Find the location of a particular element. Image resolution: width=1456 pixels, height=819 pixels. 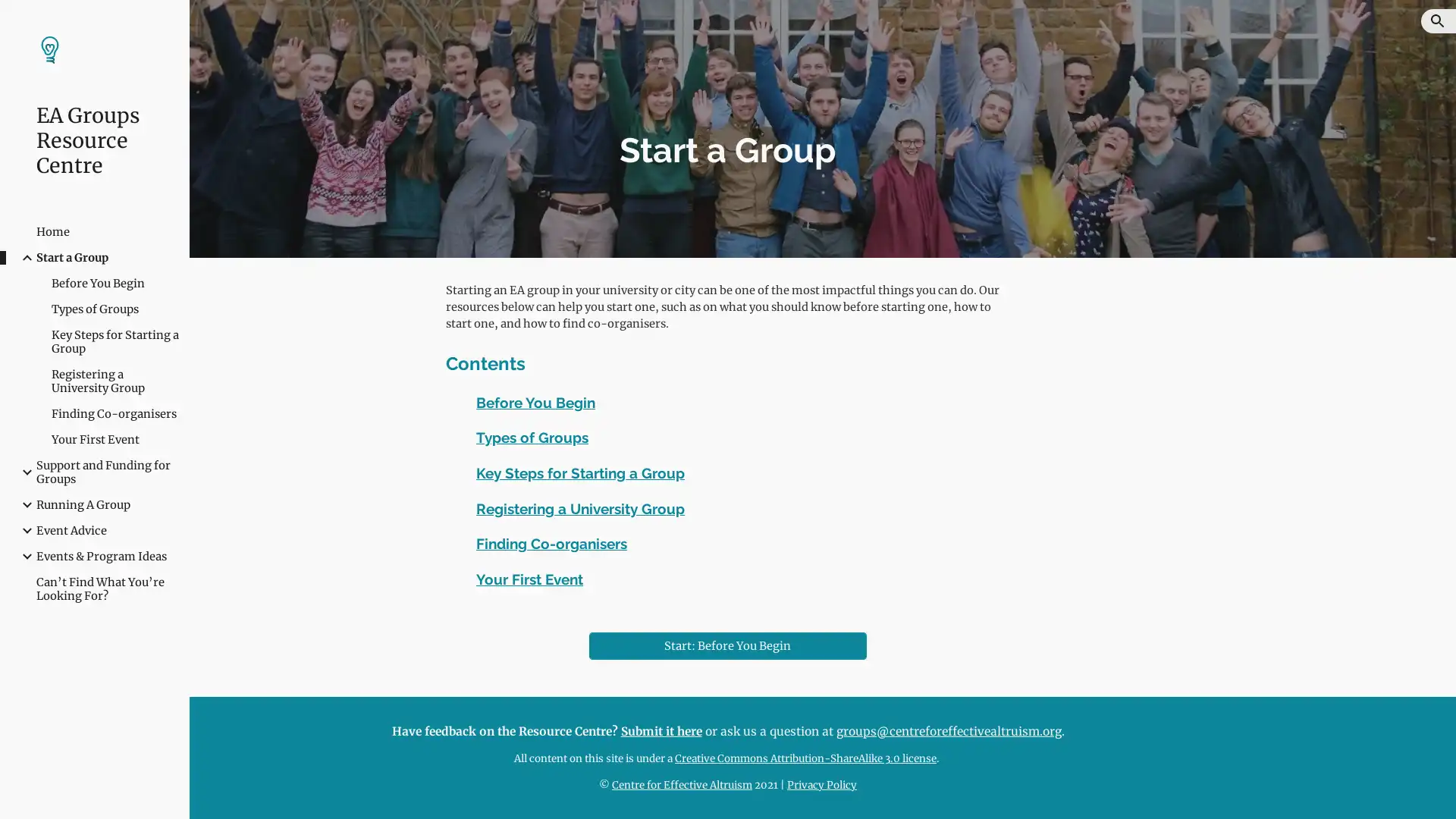

Copy heading link is located at coordinates (699, 438).